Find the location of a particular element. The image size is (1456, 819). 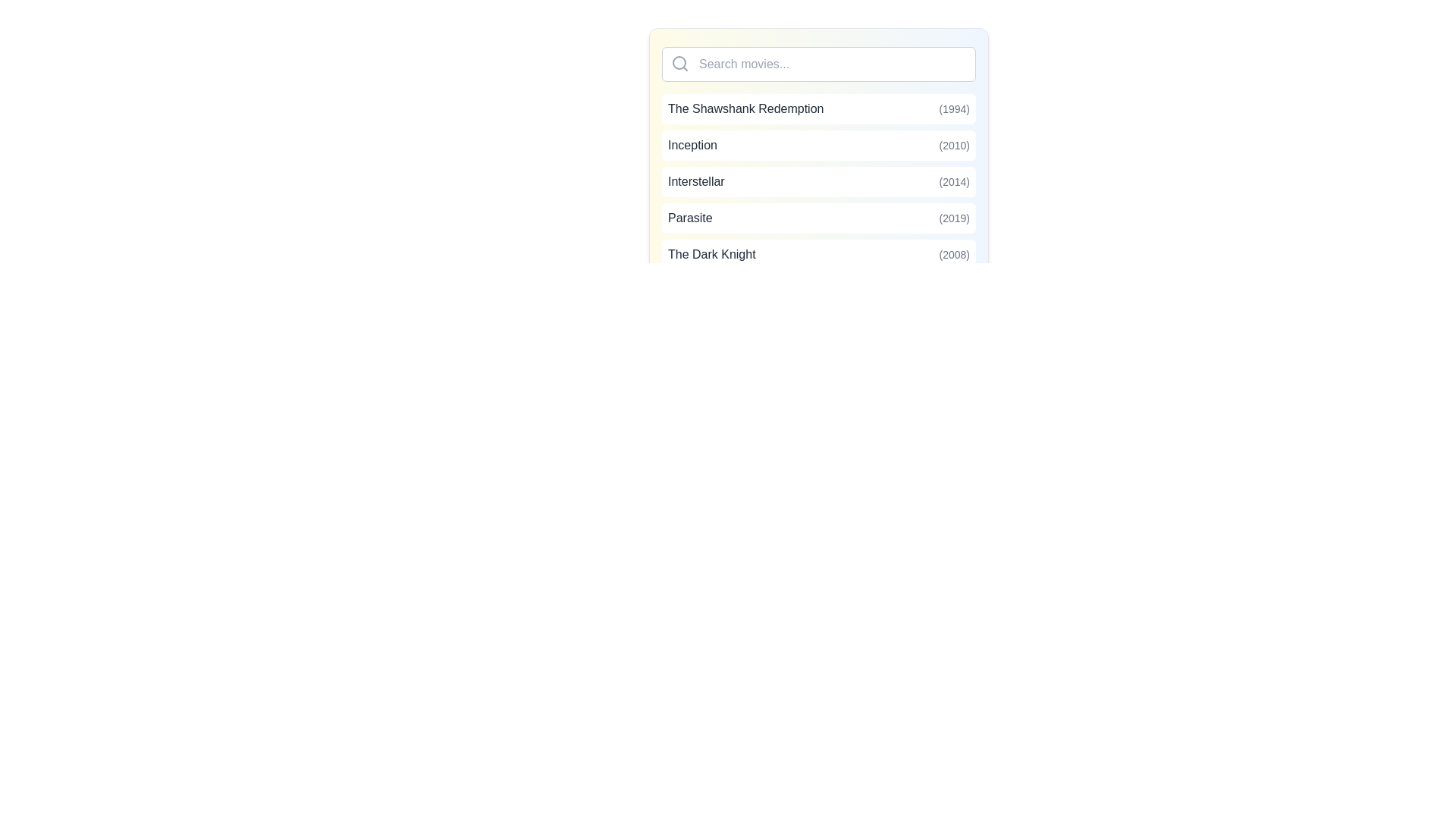

the Text Label displaying 'The Shawshank Redemption', which is styled in dark gray and positioned as the primary title in a selectable list item is located at coordinates (745, 108).